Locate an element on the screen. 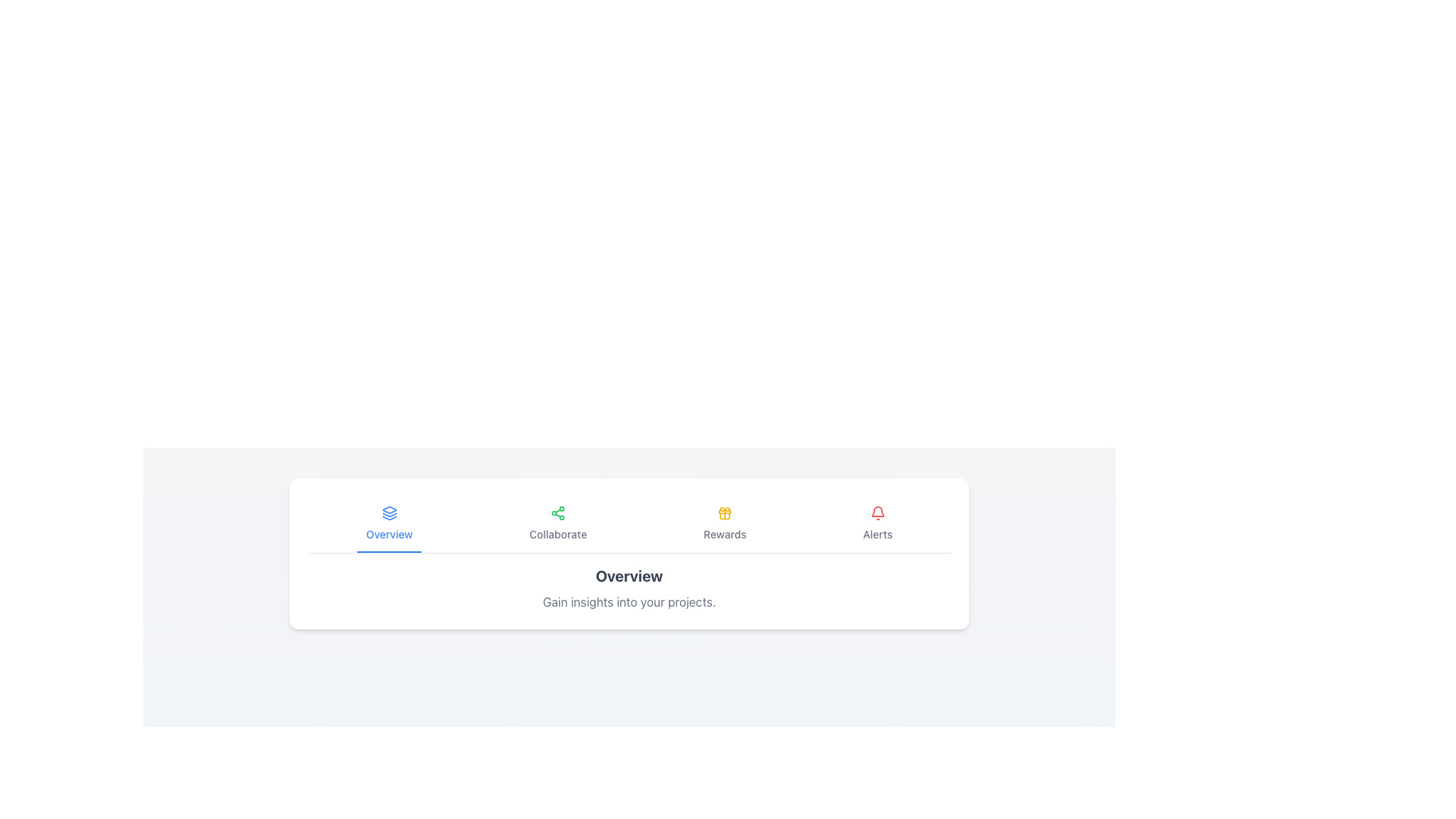 Image resolution: width=1456 pixels, height=819 pixels. the 'Overview' icon located in the top-left section of the navigation bar is located at coordinates (389, 513).